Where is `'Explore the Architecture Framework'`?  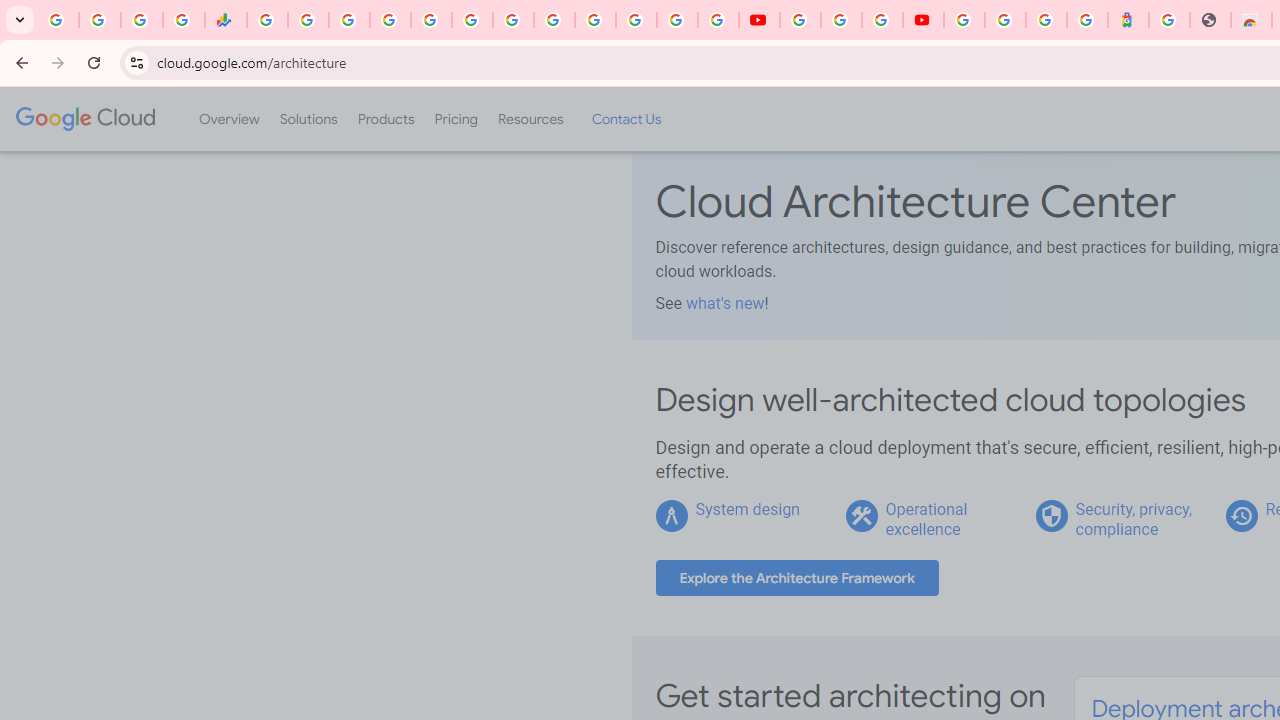
'Explore the Architecture Framework' is located at coordinates (796, 578).